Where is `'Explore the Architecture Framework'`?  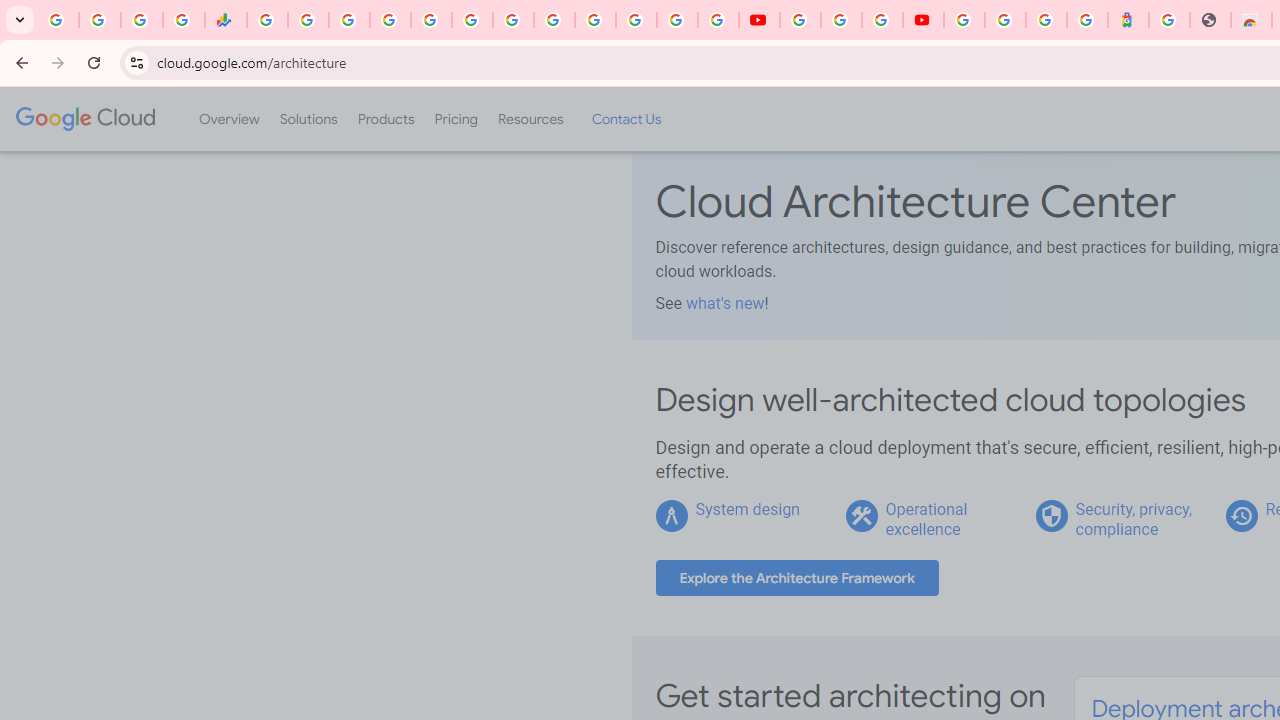
'Explore the Architecture Framework' is located at coordinates (796, 578).